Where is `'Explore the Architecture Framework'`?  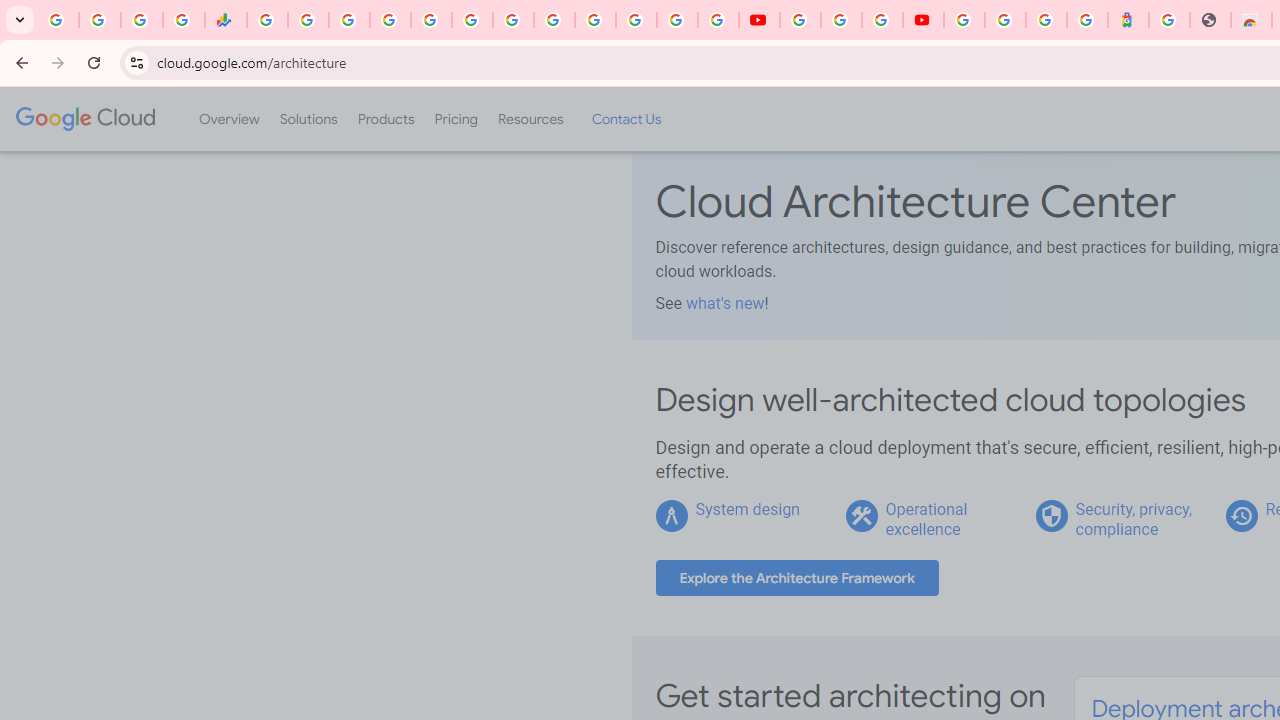
'Explore the Architecture Framework' is located at coordinates (796, 578).